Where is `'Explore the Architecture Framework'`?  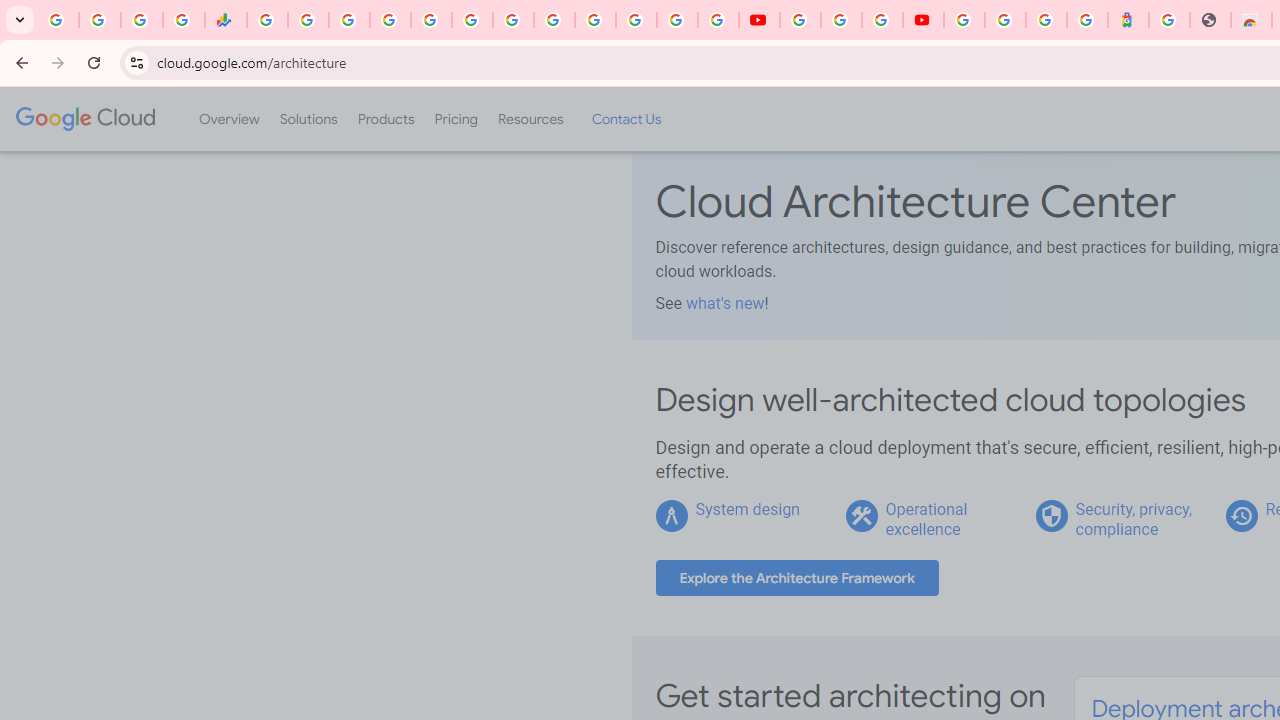
'Explore the Architecture Framework' is located at coordinates (796, 578).